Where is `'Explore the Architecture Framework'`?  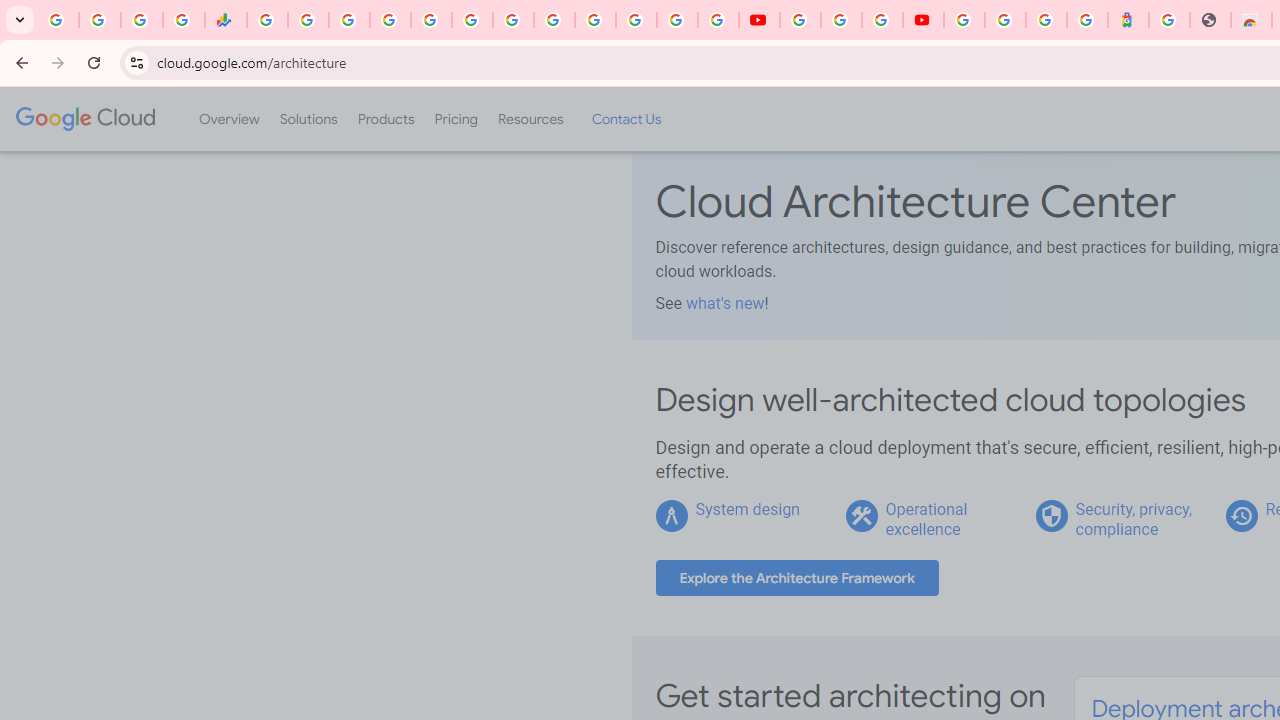
'Explore the Architecture Framework' is located at coordinates (796, 578).